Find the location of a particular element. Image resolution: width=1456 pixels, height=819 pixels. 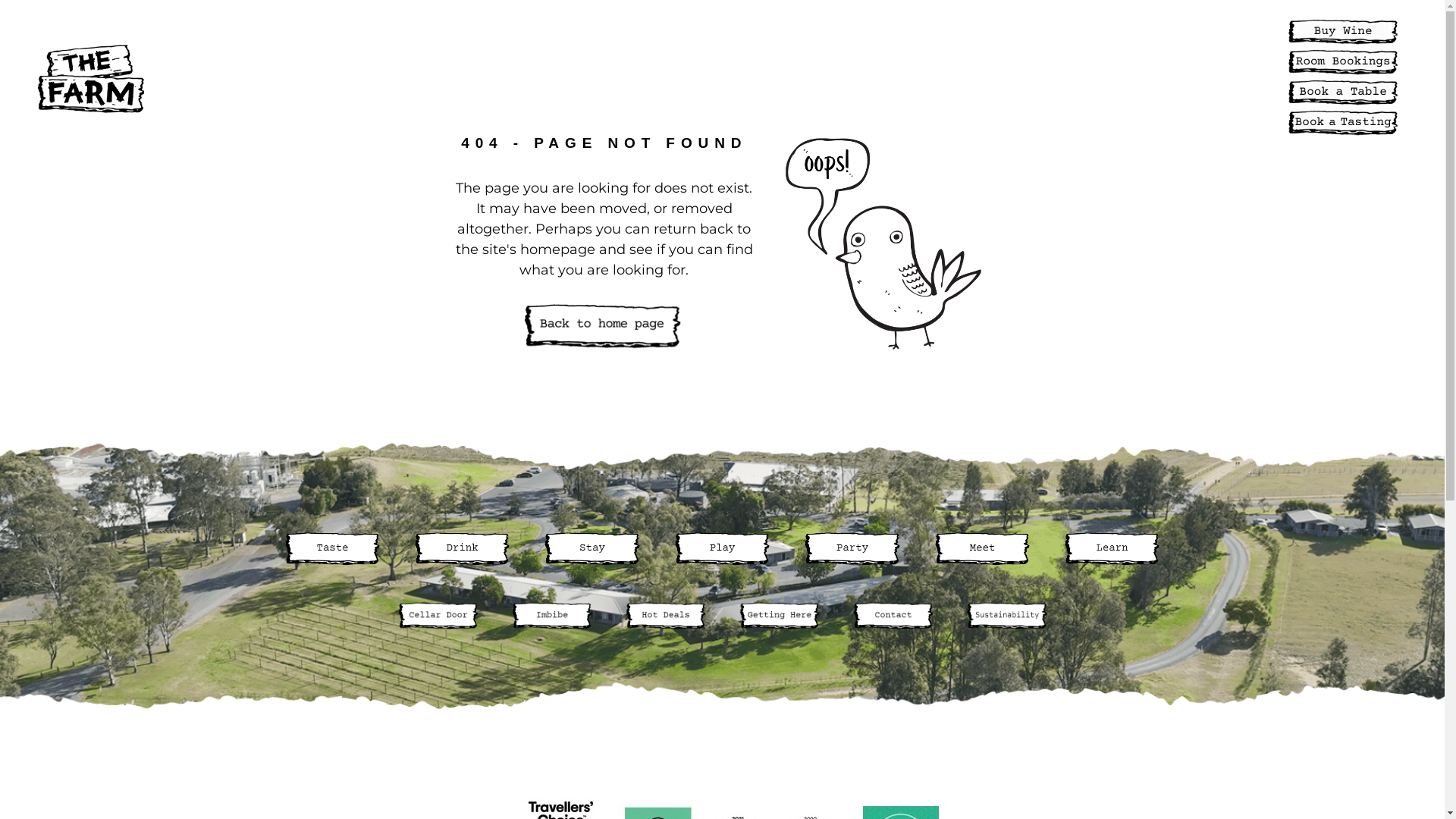

'Hot Deals-7' is located at coordinates (623, 616).